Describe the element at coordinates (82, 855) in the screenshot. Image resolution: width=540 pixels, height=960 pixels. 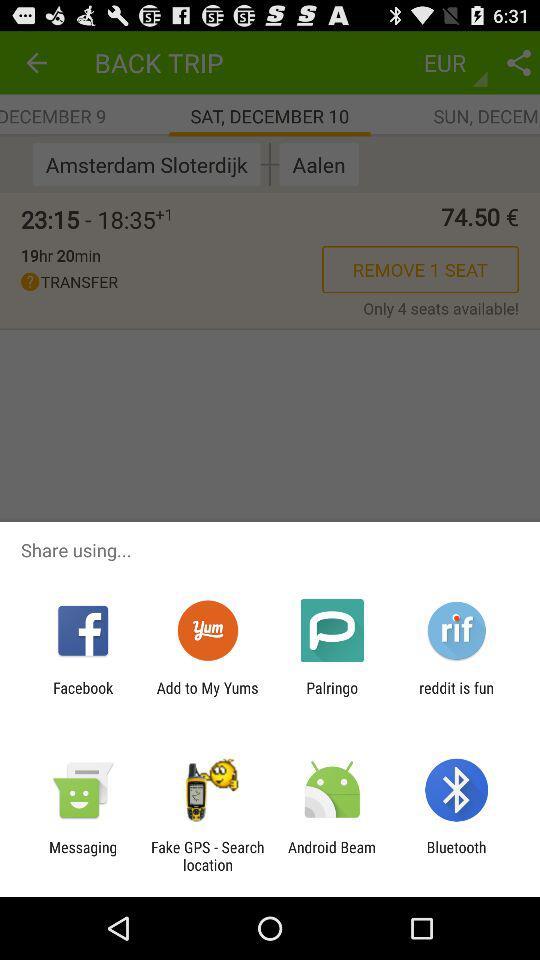
I see `the item next to the fake gps search` at that location.